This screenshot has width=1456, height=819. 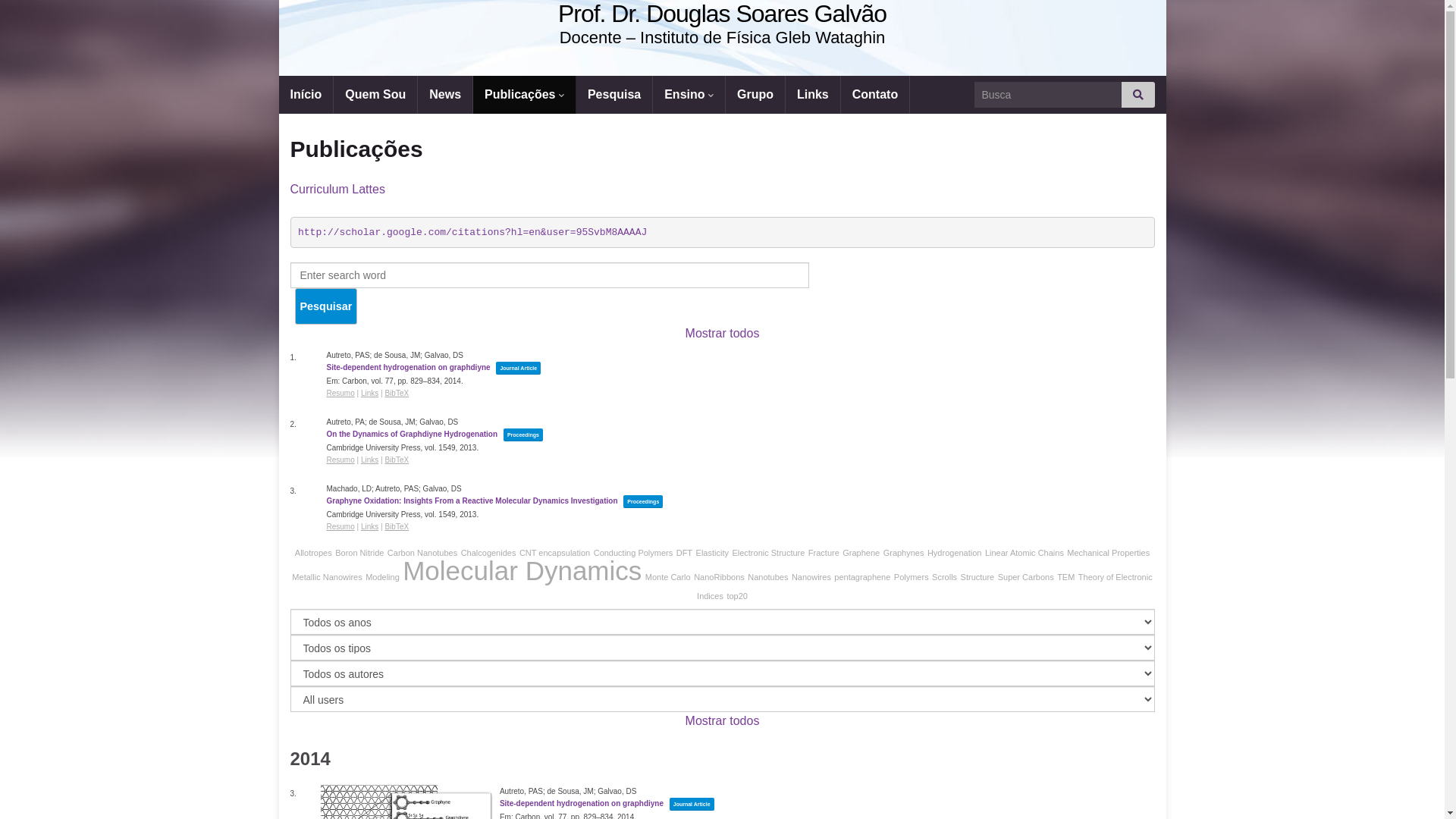 What do you see at coordinates (722, 332) in the screenshot?
I see `'Mostrar todos'` at bounding box center [722, 332].